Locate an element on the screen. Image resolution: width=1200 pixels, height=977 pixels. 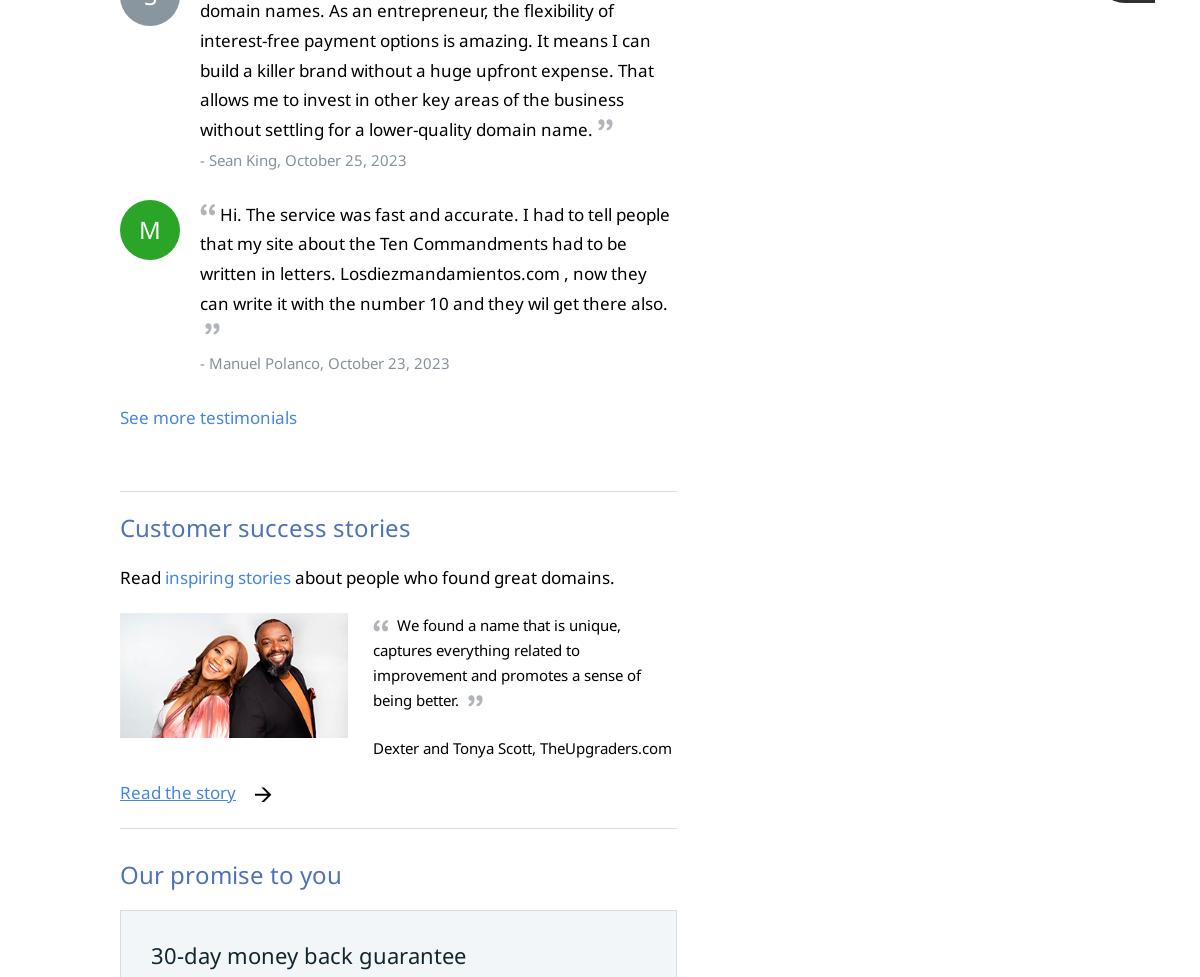
'- Sean King, October 25, 2023' is located at coordinates (303, 158).